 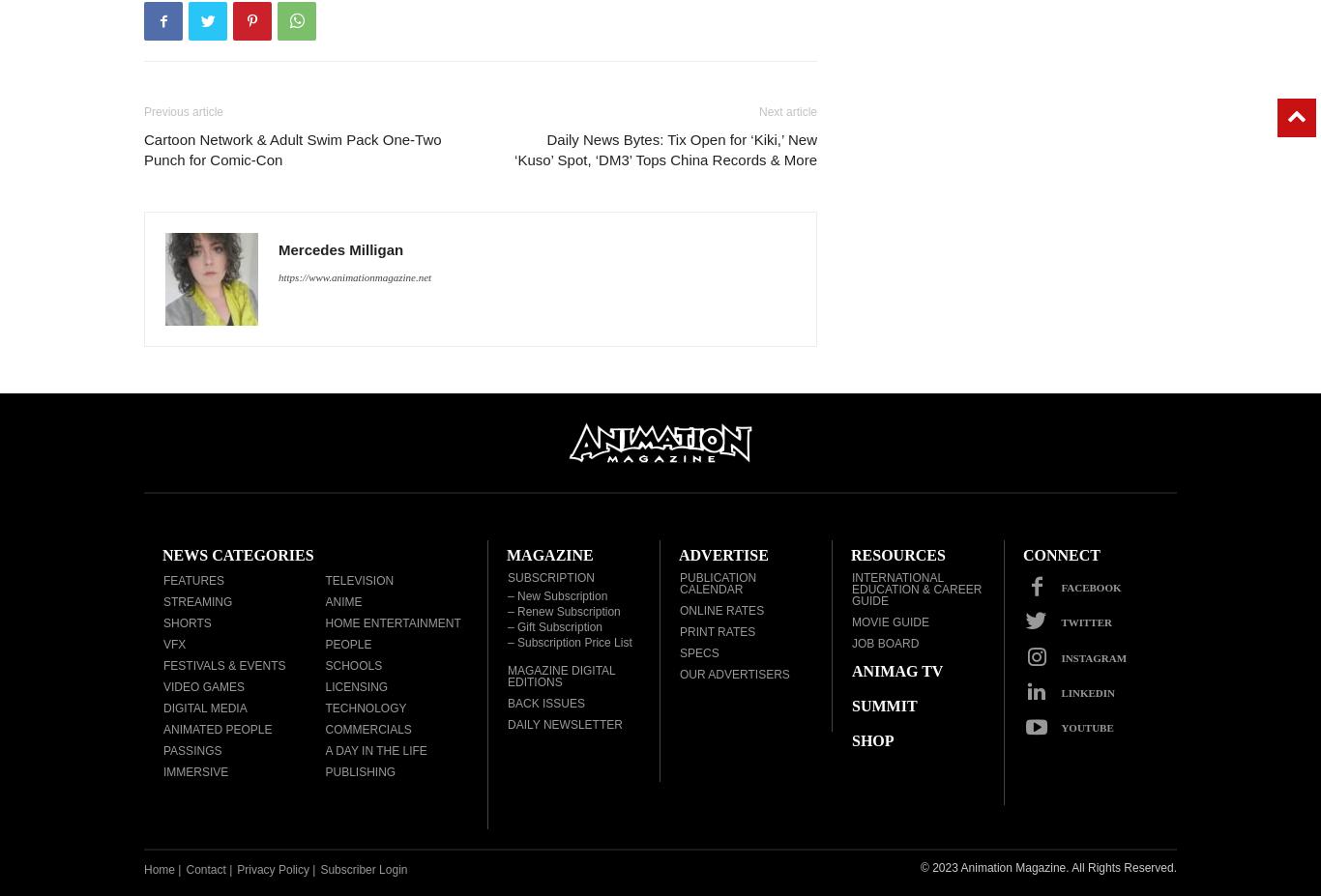 I want to click on 'Movie Guide', so click(x=890, y=621).